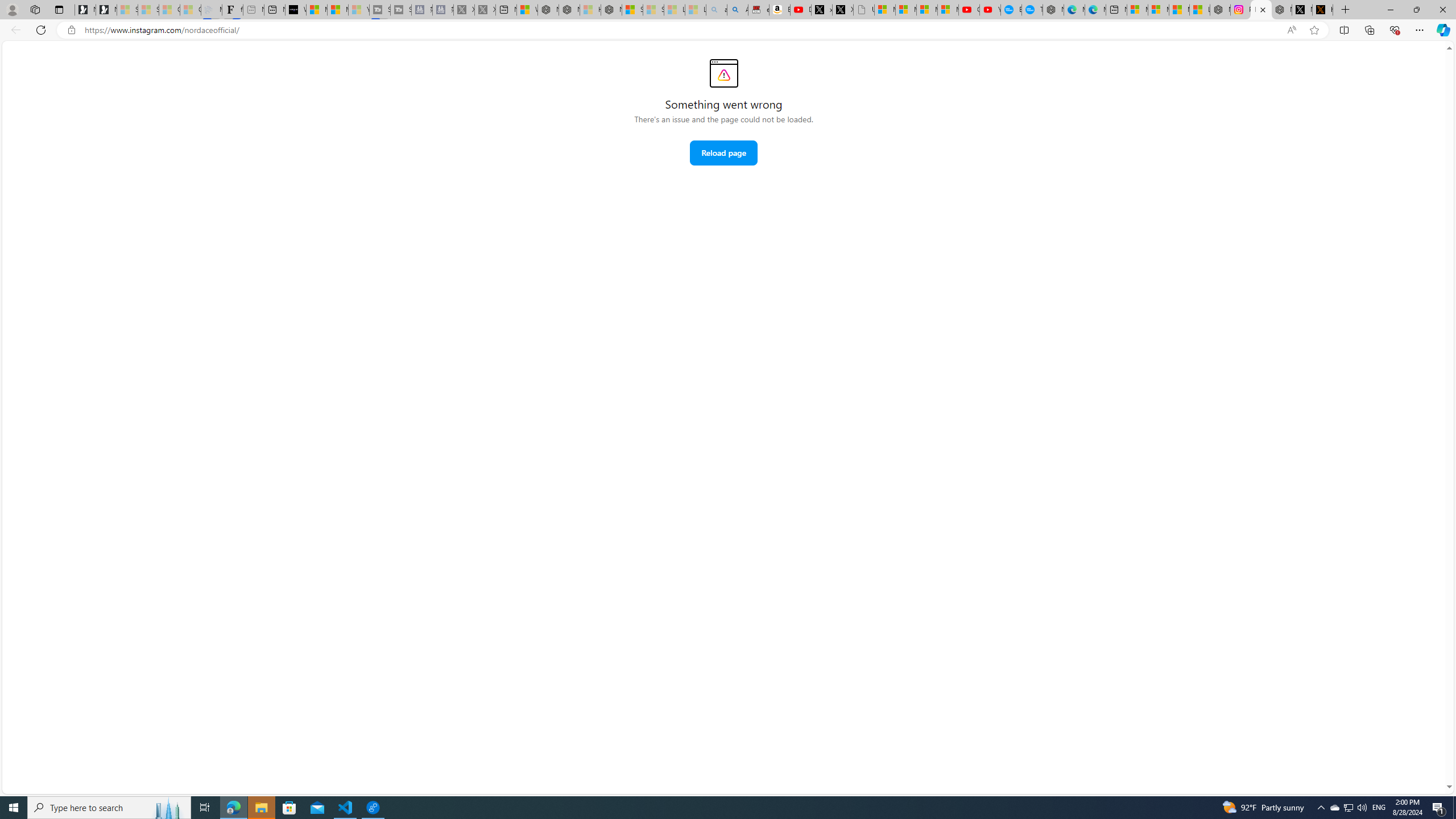 Image resolution: width=1456 pixels, height=819 pixels. I want to click on 'Nordace (@NordaceOfficial) / X', so click(1301, 9).